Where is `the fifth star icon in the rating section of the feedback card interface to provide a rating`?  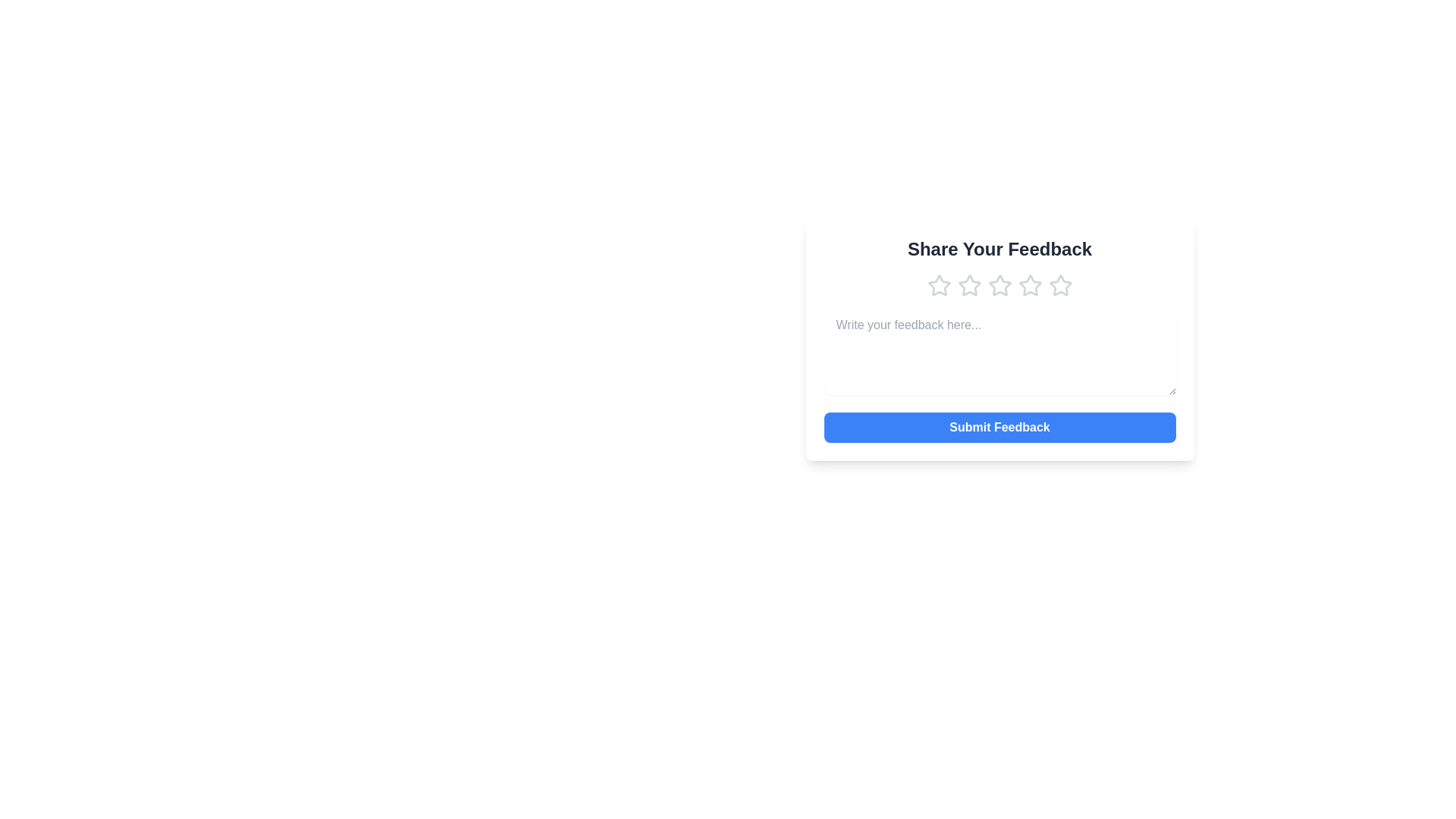 the fifth star icon in the rating section of the feedback card interface to provide a rating is located at coordinates (1059, 284).